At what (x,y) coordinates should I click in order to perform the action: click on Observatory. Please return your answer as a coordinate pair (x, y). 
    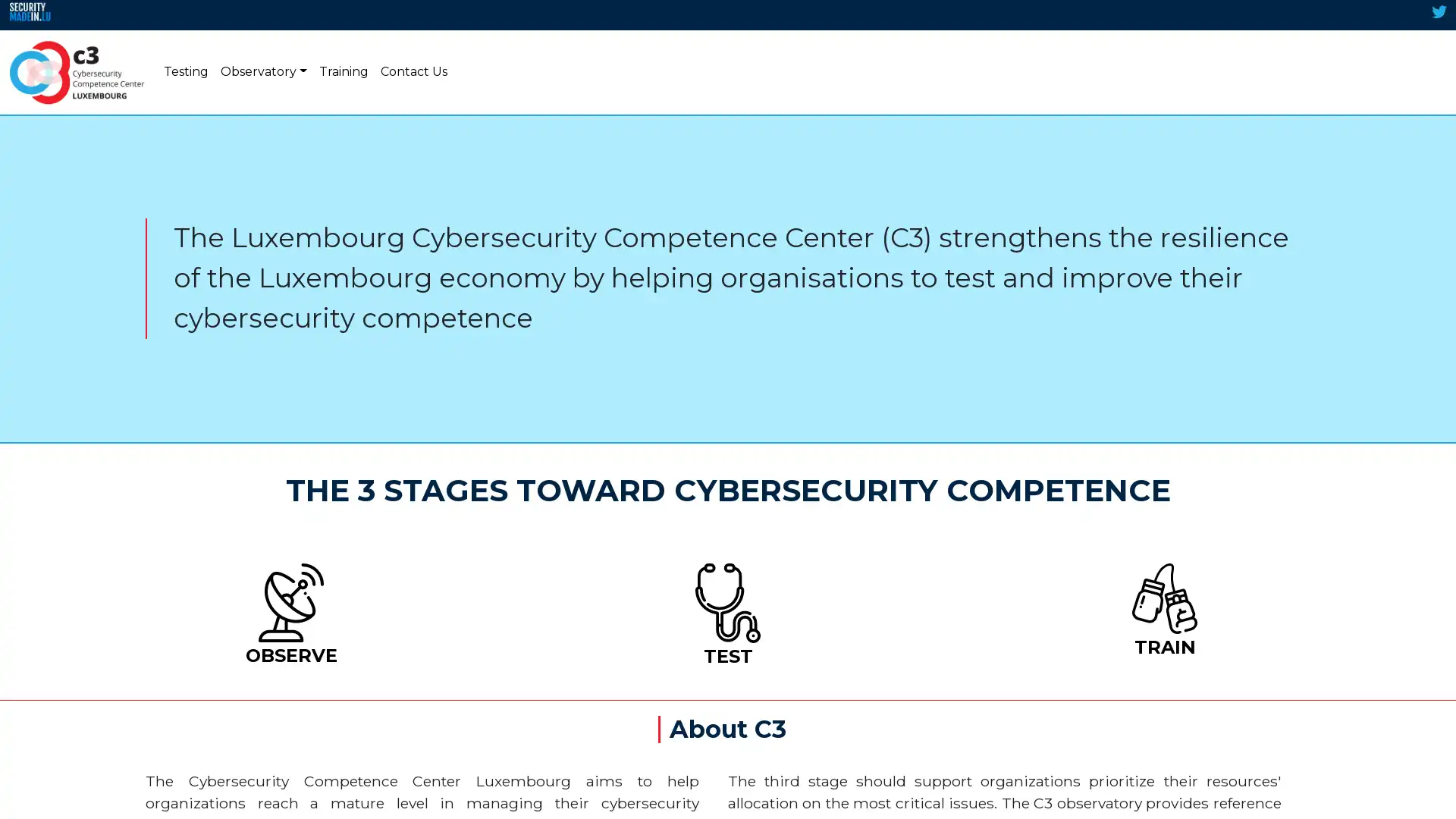
    Looking at the image, I should click on (263, 72).